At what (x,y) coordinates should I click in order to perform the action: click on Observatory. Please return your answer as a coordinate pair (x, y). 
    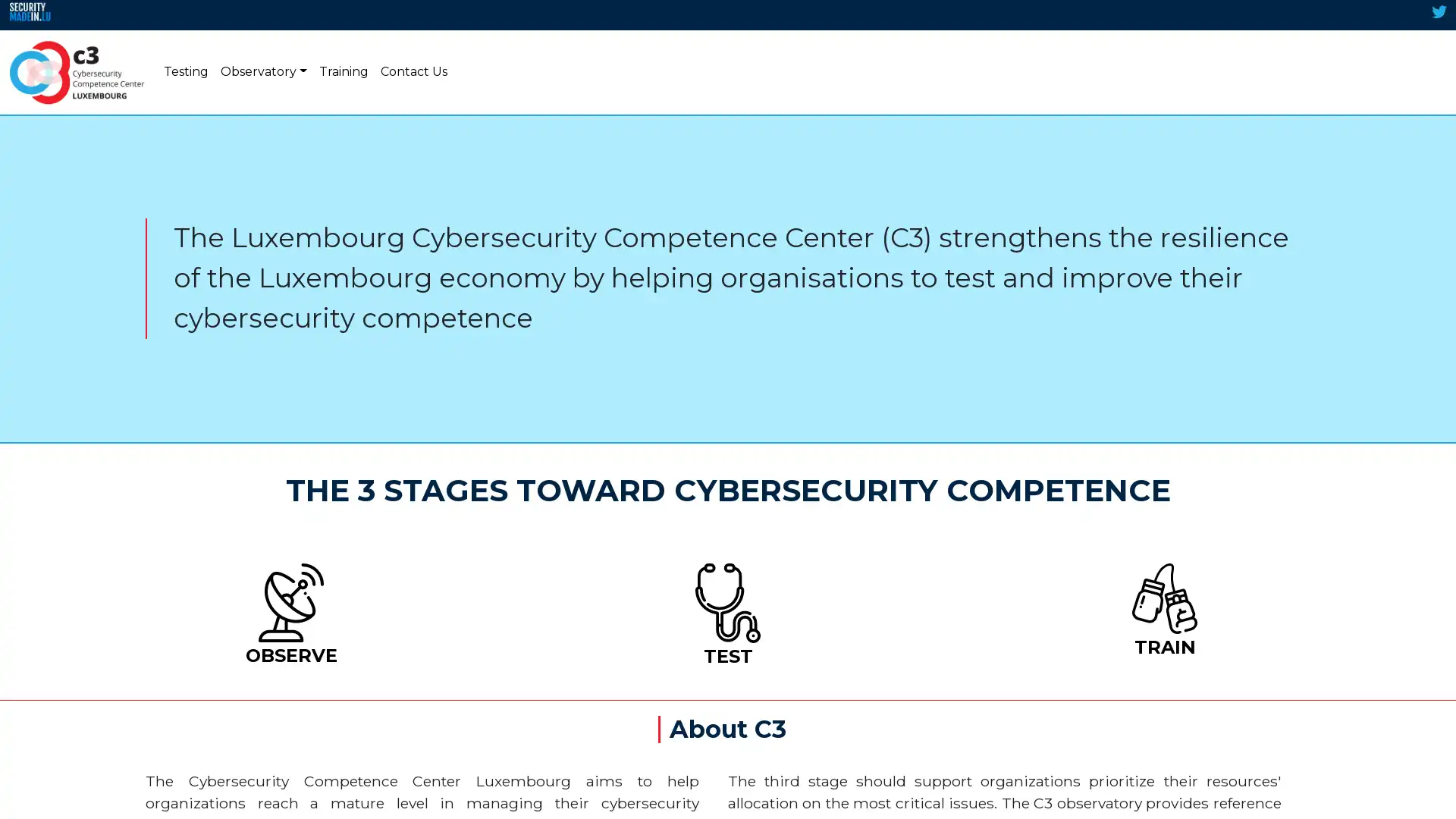
    Looking at the image, I should click on (263, 72).